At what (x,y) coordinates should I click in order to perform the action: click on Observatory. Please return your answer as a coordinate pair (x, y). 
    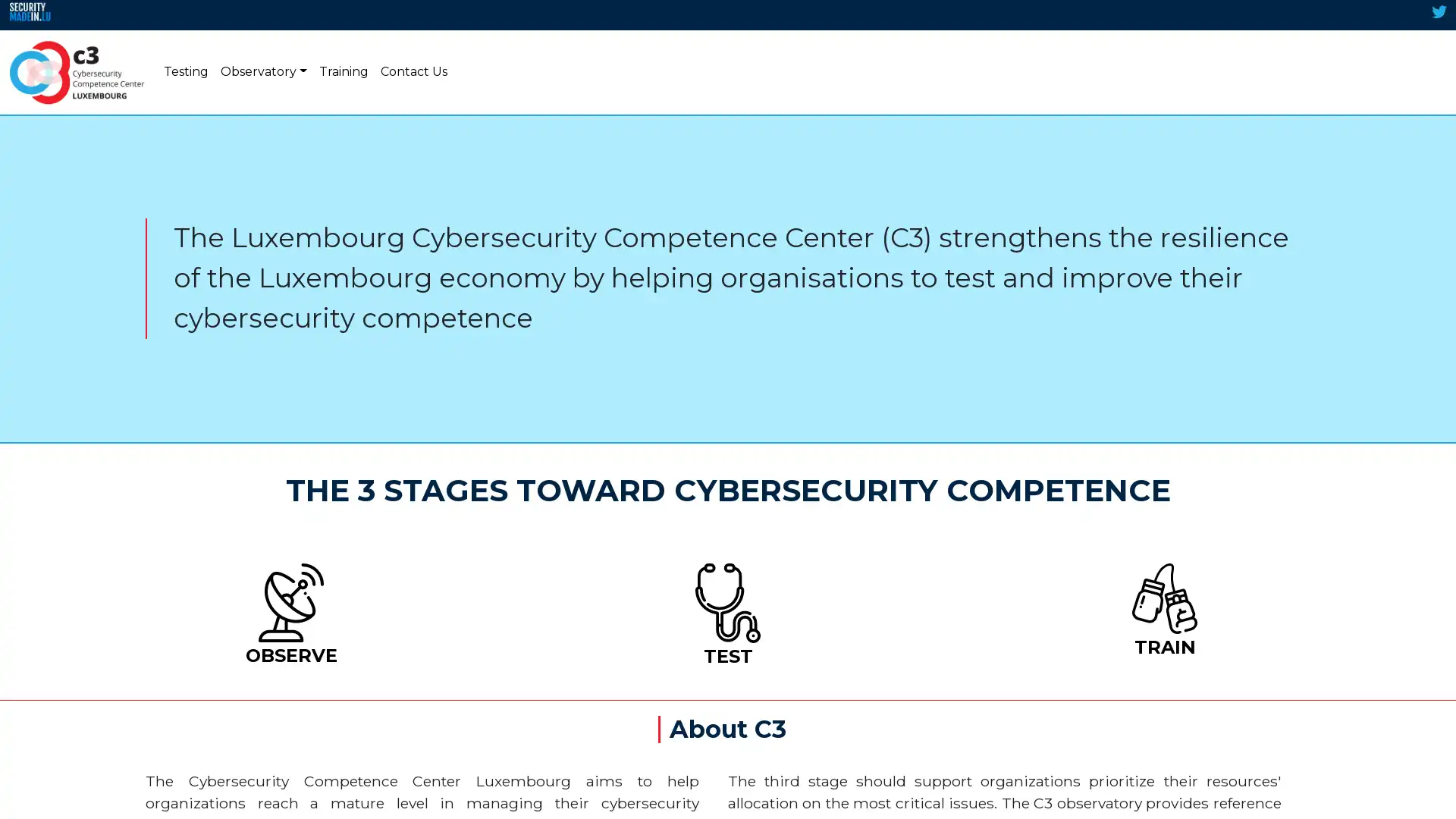
    Looking at the image, I should click on (263, 72).